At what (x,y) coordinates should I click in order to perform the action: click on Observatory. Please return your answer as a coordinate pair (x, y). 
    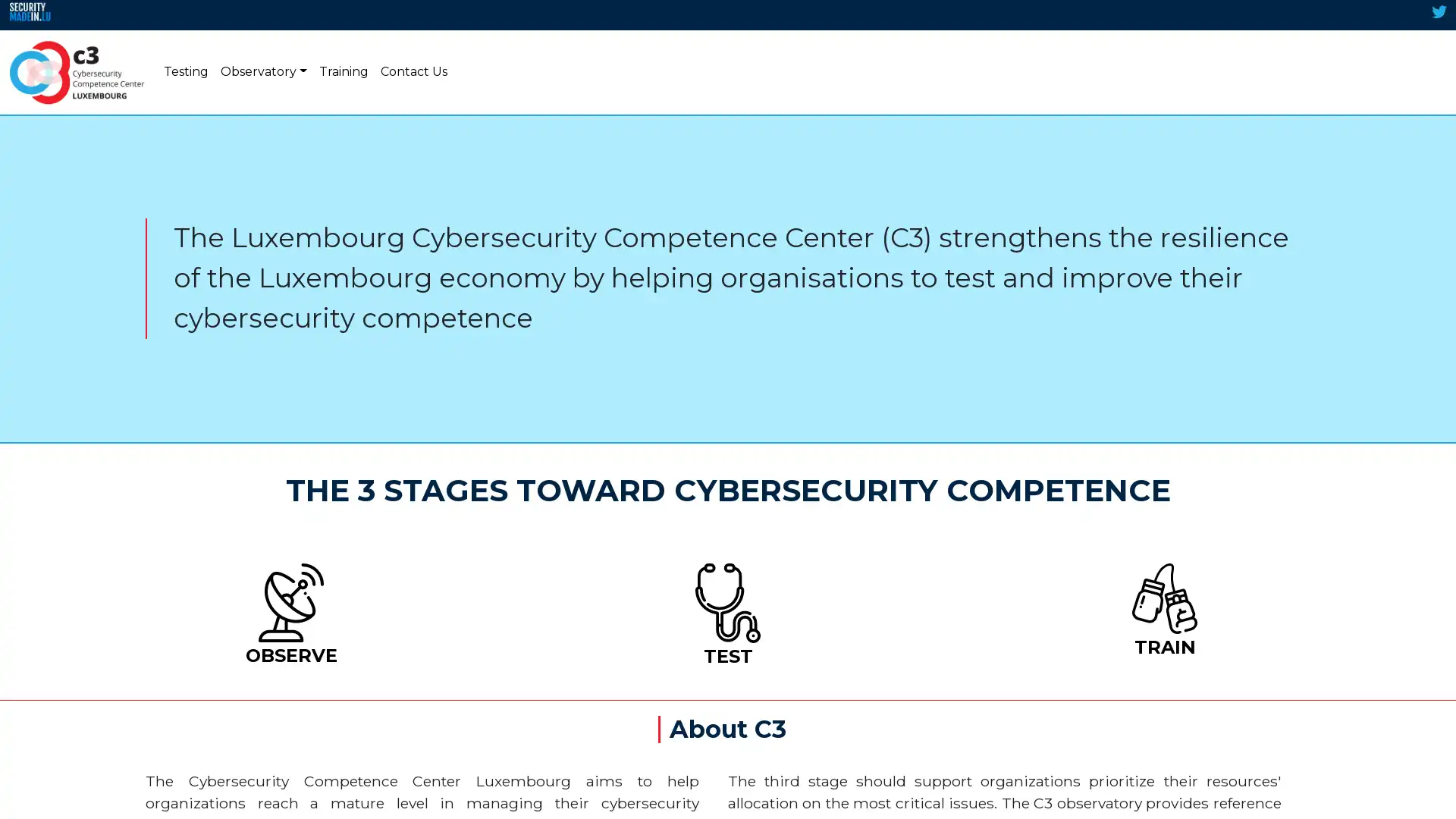
    Looking at the image, I should click on (263, 72).